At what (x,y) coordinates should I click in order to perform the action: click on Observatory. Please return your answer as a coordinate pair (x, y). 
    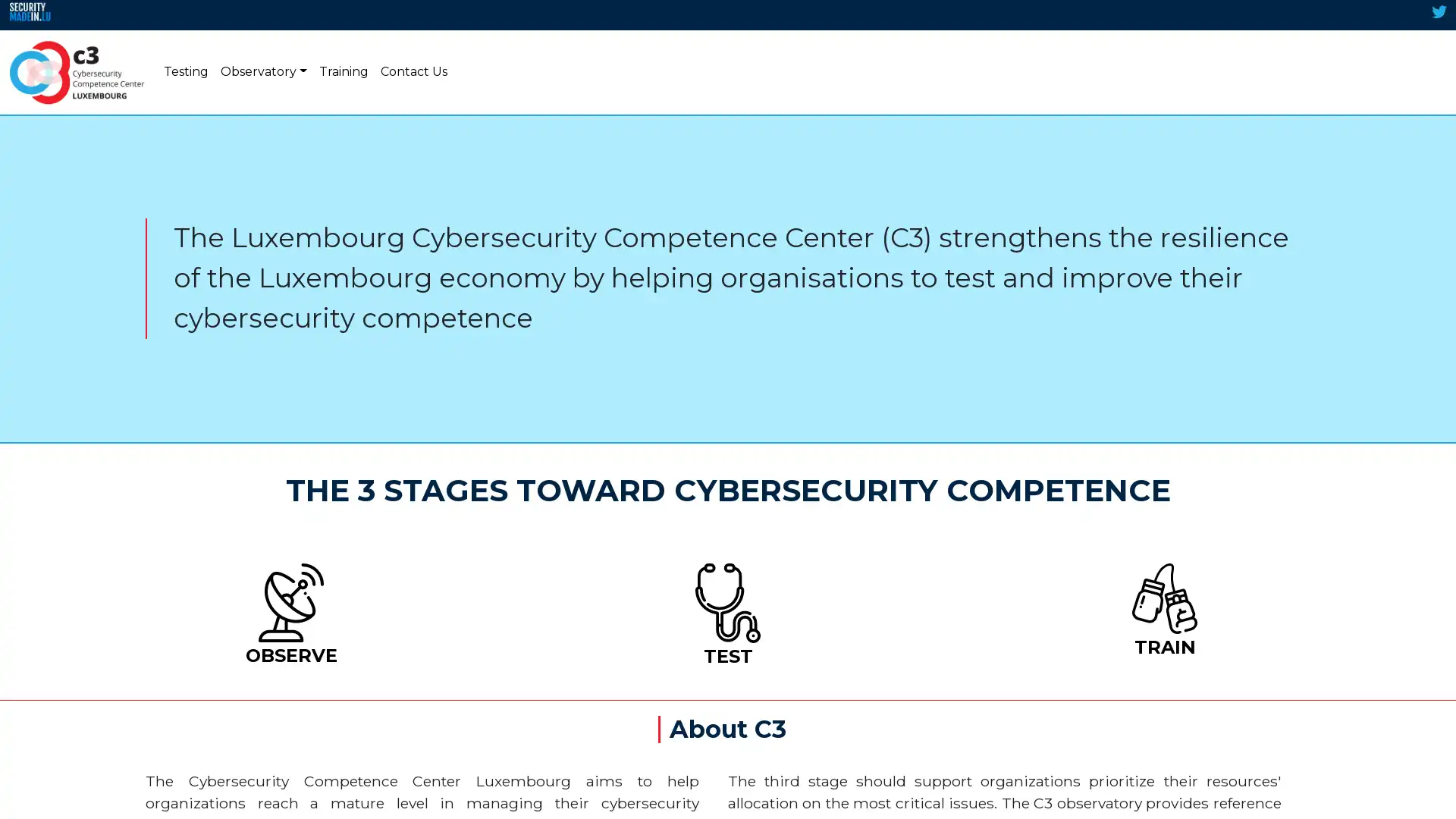
    Looking at the image, I should click on (263, 72).